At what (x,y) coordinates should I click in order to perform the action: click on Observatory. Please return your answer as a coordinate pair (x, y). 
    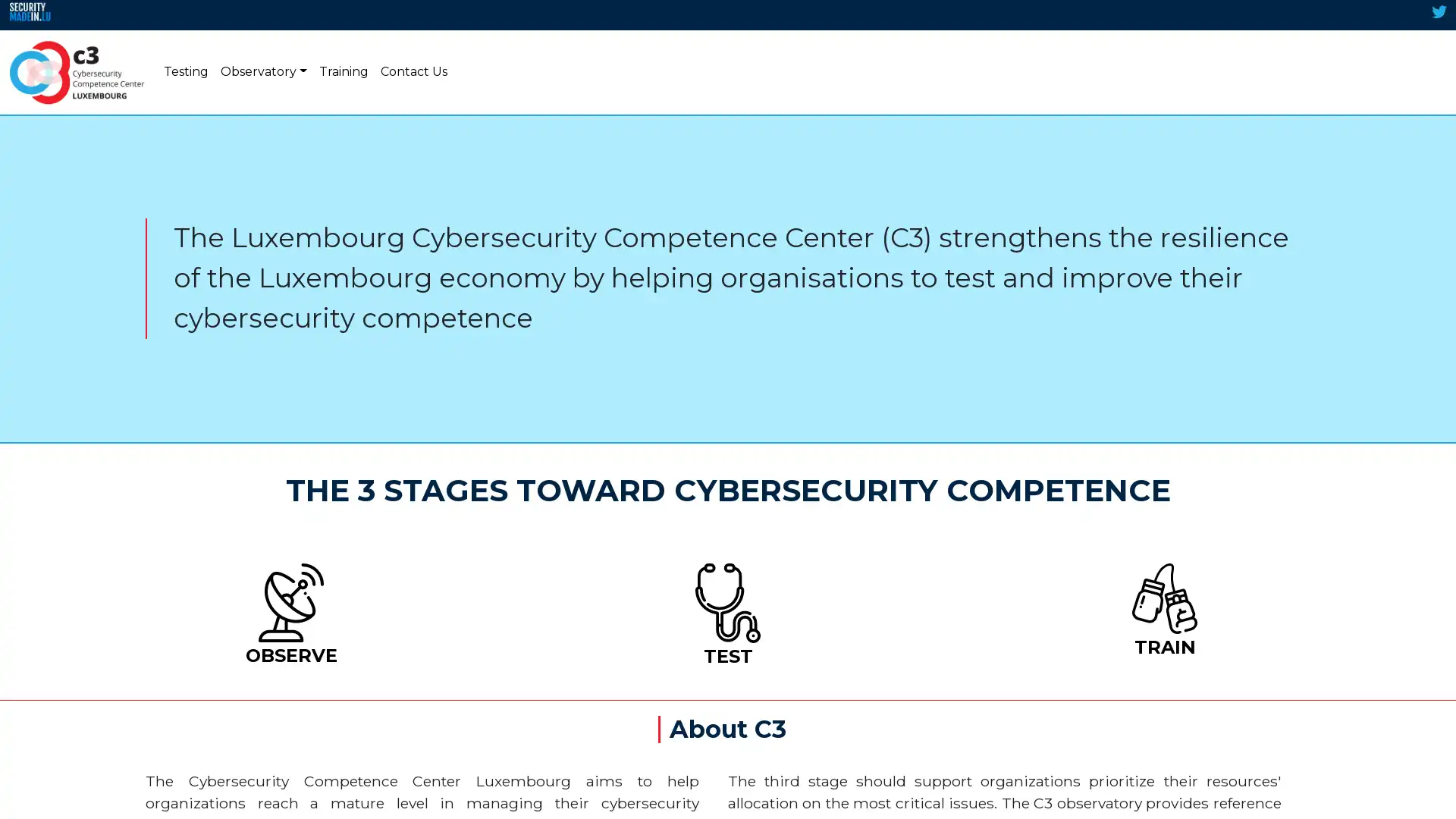
    Looking at the image, I should click on (263, 72).